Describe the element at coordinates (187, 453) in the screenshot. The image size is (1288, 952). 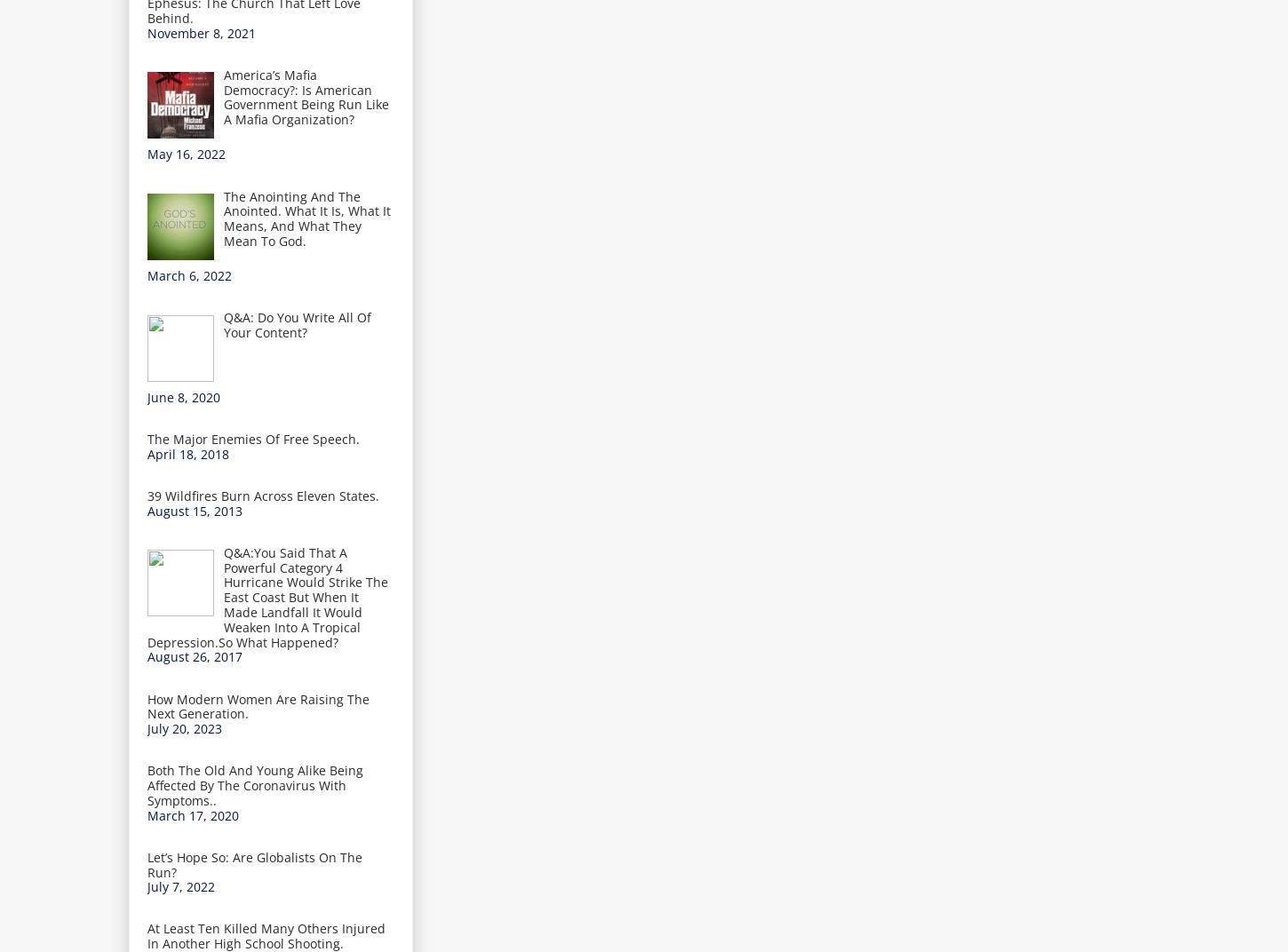
I see `'April 18, 2018'` at that location.